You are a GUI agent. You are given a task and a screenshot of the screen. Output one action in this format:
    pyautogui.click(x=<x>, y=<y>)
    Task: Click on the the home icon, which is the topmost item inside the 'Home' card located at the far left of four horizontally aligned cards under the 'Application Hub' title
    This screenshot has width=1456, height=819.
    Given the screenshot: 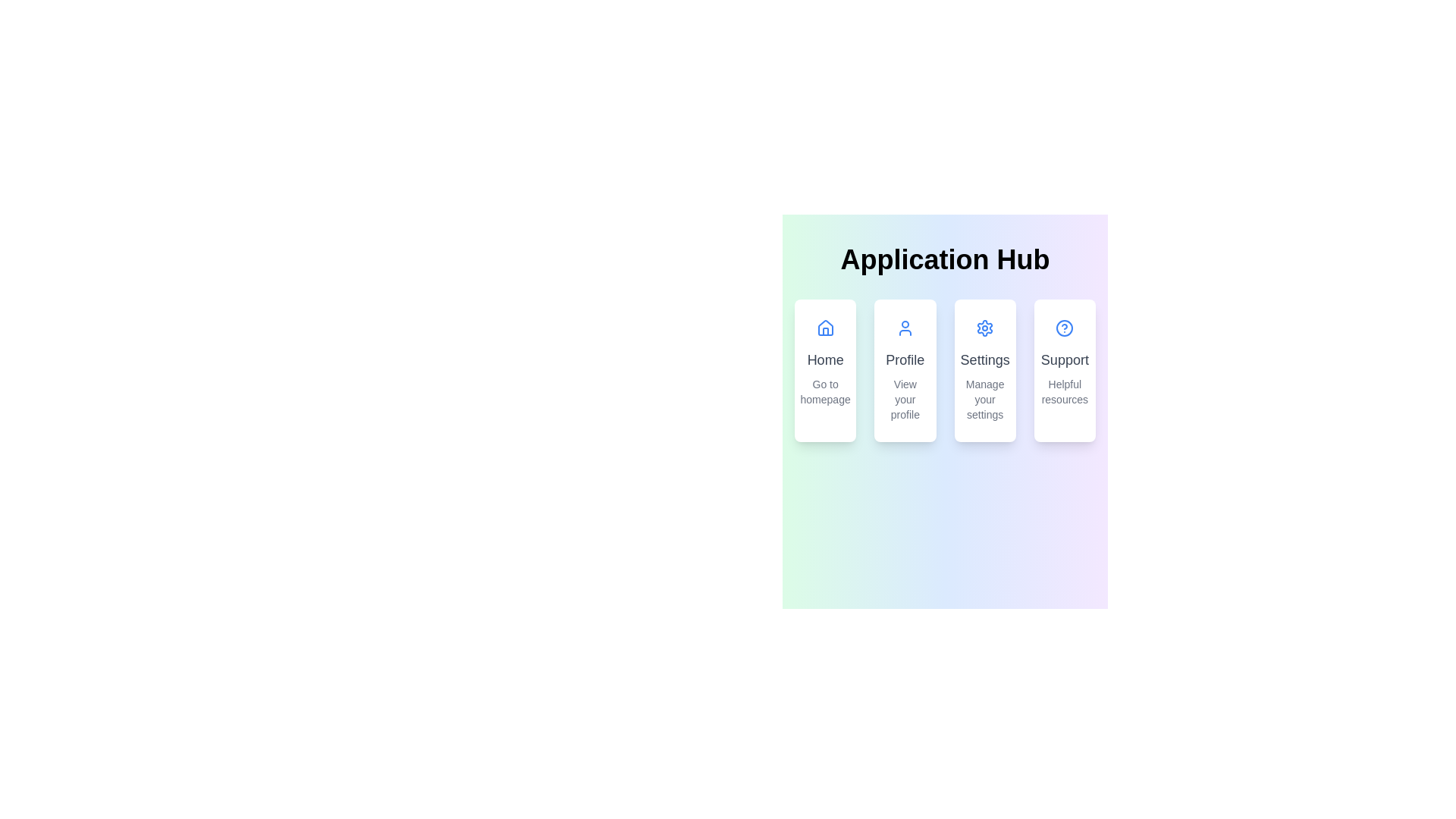 What is the action you would take?
    pyautogui.click(x=824, y=327)
    